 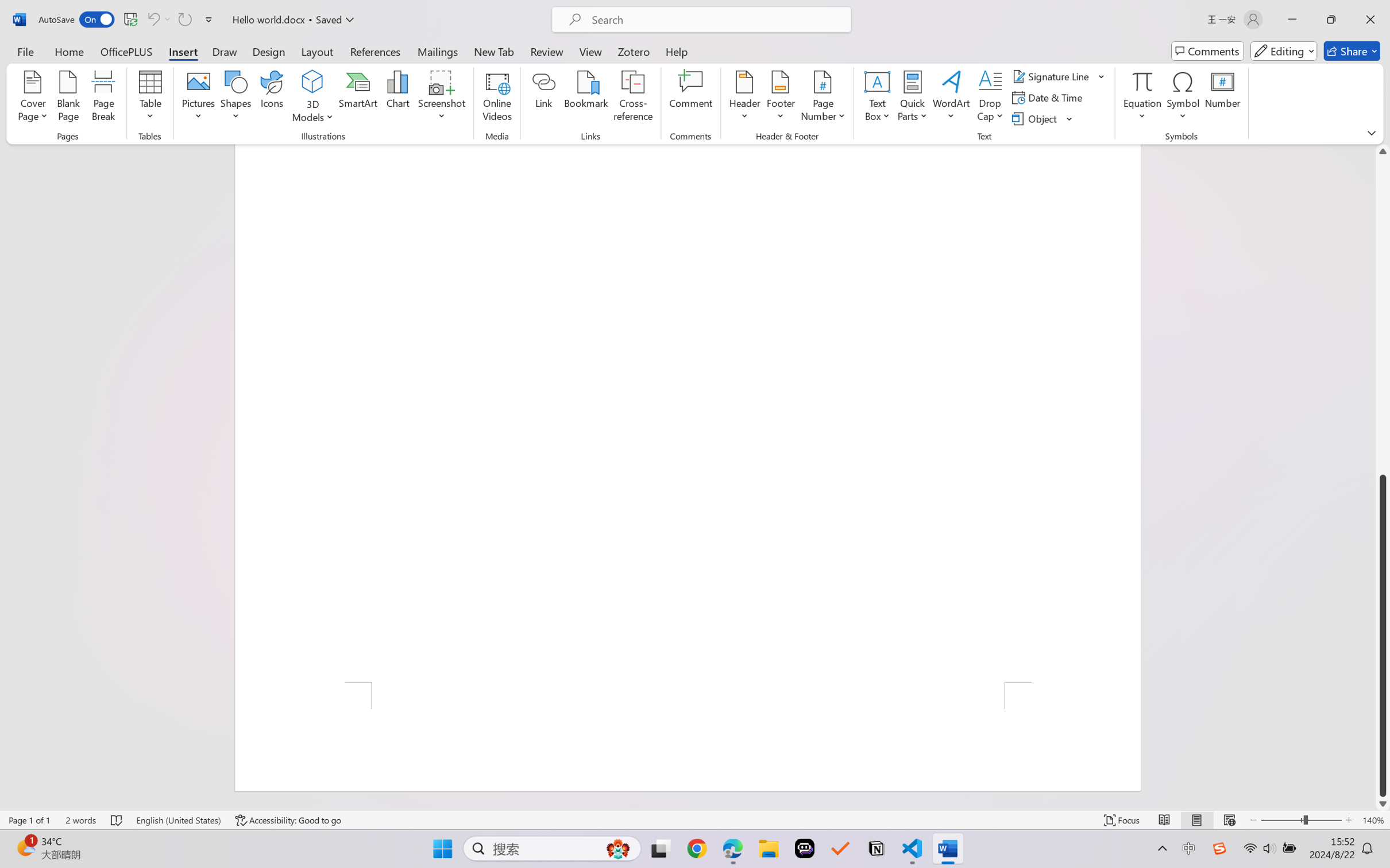 What do you see at coordinates (497, 98) in the screenshot?
I see `'Online Videos...'` at bounding box center [497, 98].